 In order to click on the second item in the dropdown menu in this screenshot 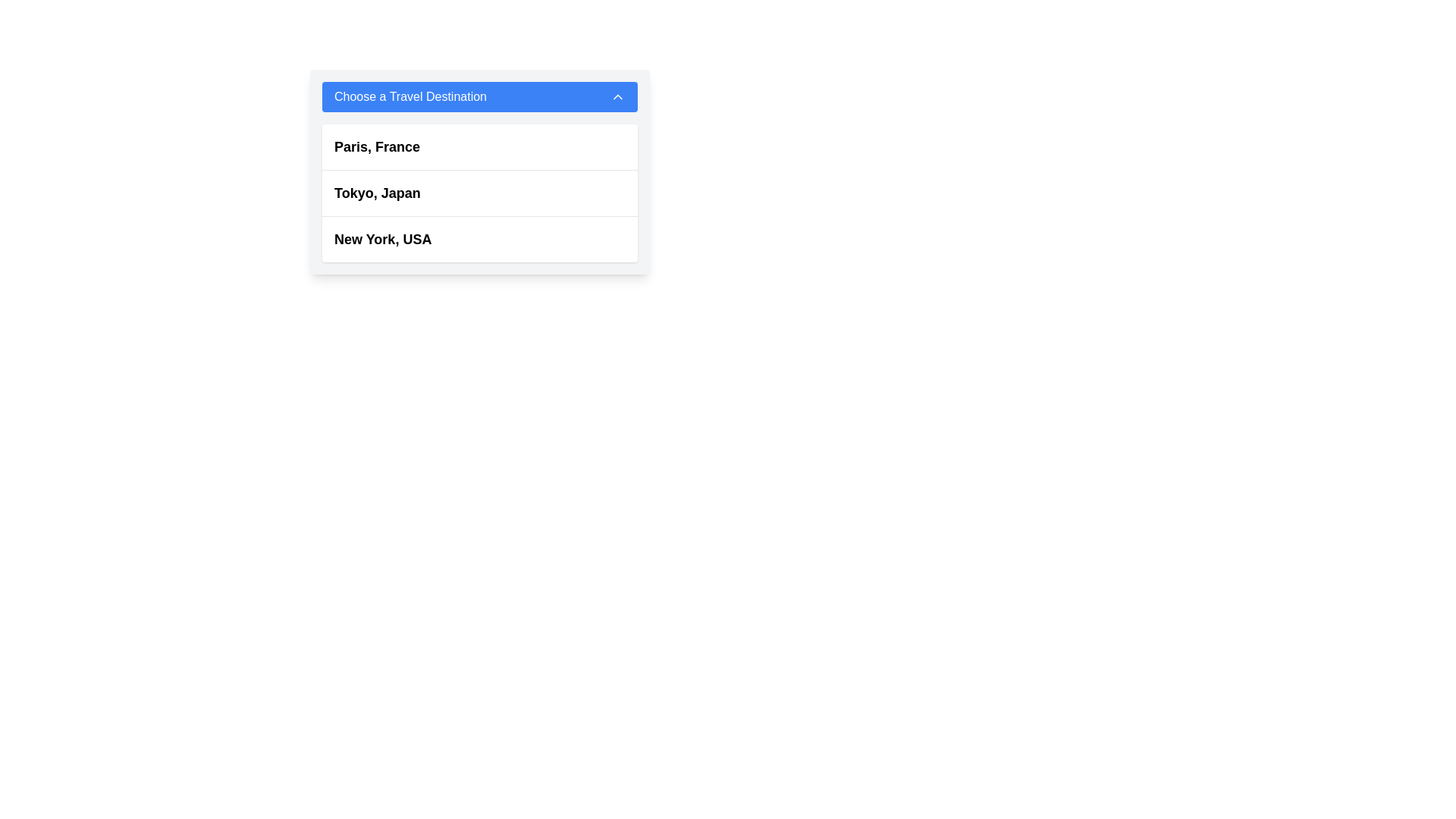, I will do `click(479, 193)`.